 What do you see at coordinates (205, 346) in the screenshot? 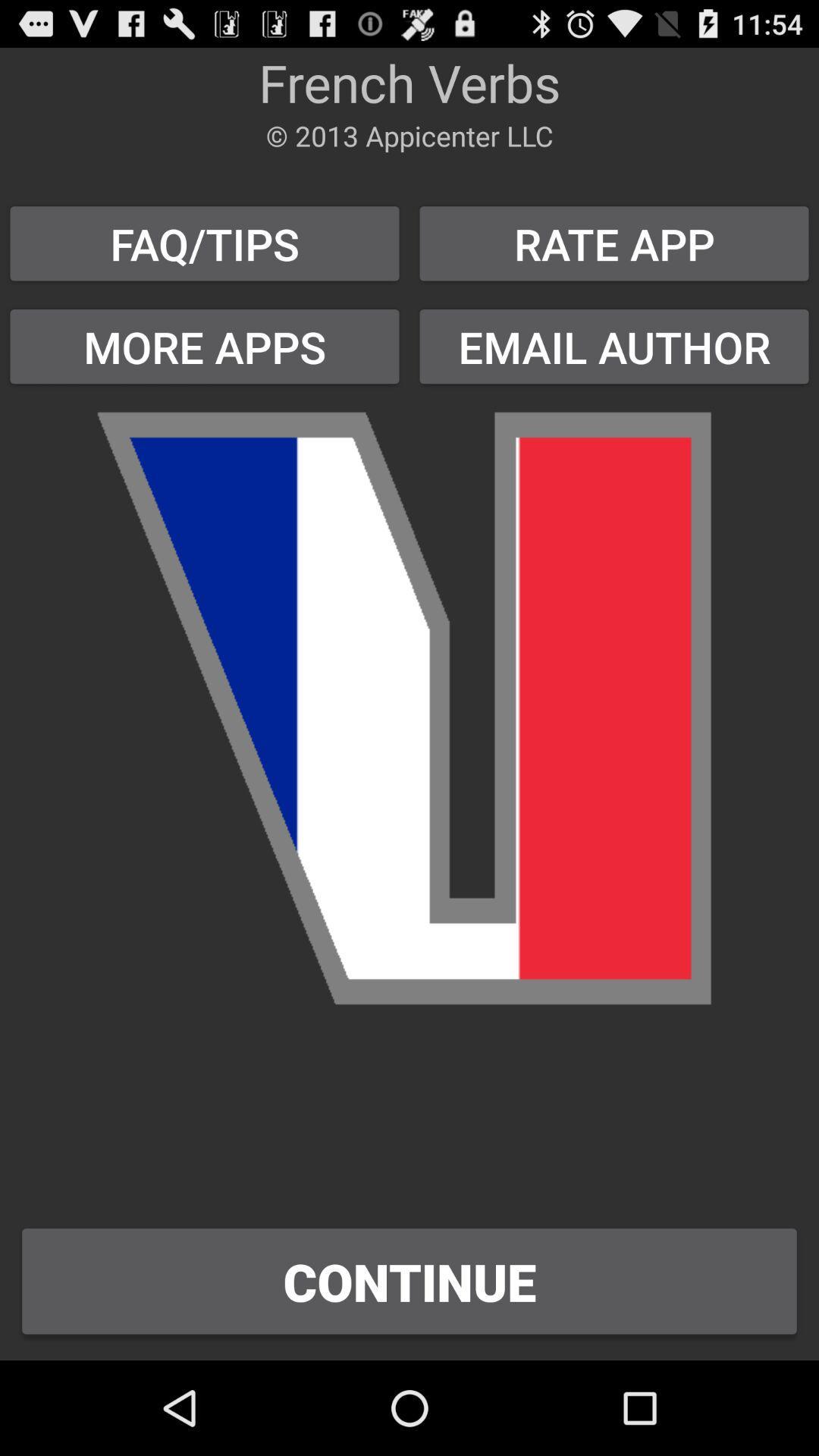
I see `item below faq/tips icon` at bounding box center [205, 346].